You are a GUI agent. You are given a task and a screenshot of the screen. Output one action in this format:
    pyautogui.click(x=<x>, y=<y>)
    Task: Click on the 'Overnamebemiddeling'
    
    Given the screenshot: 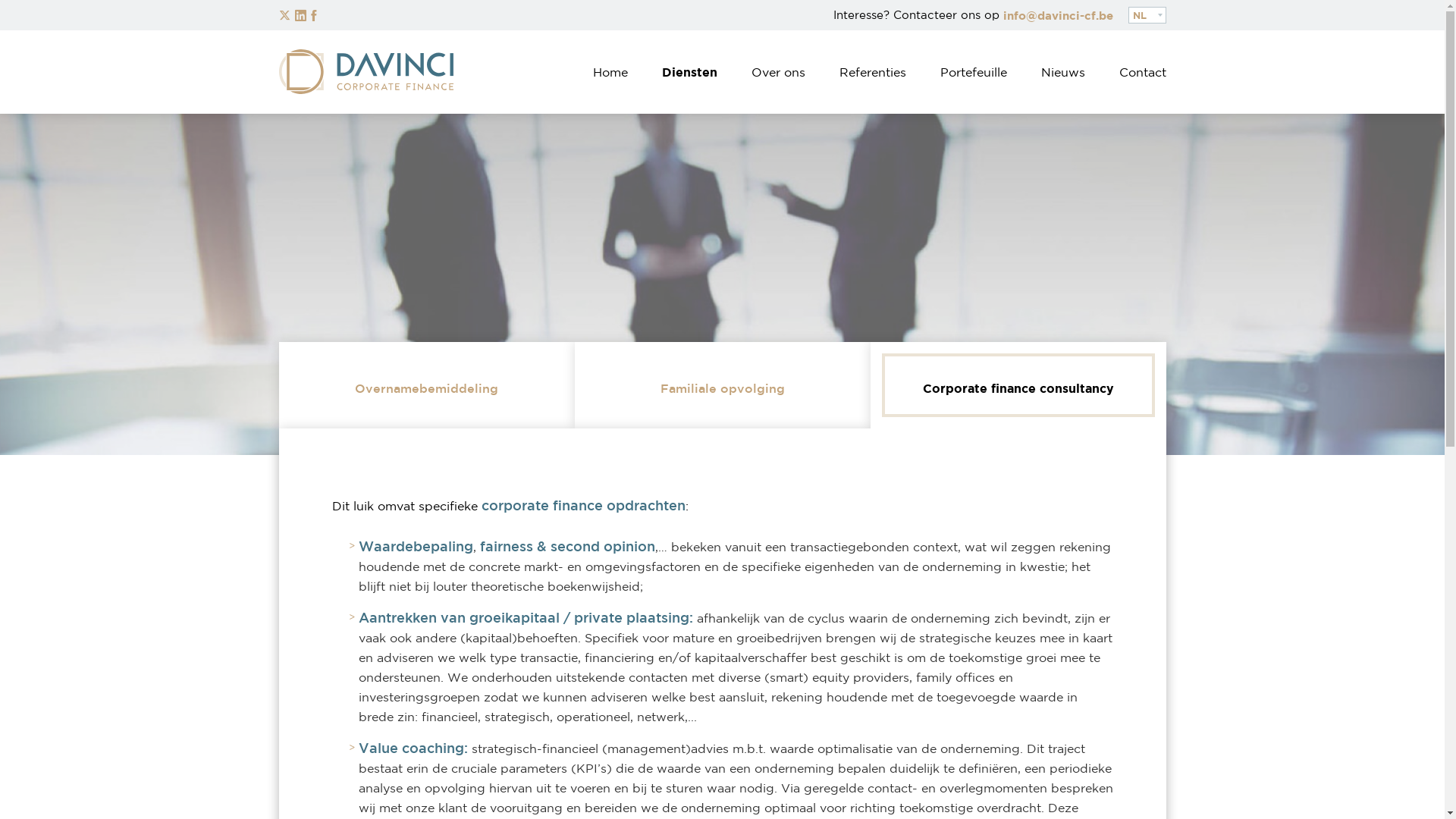 What is the action you would take?
    pyautogui.click(x=425, y=384)
    